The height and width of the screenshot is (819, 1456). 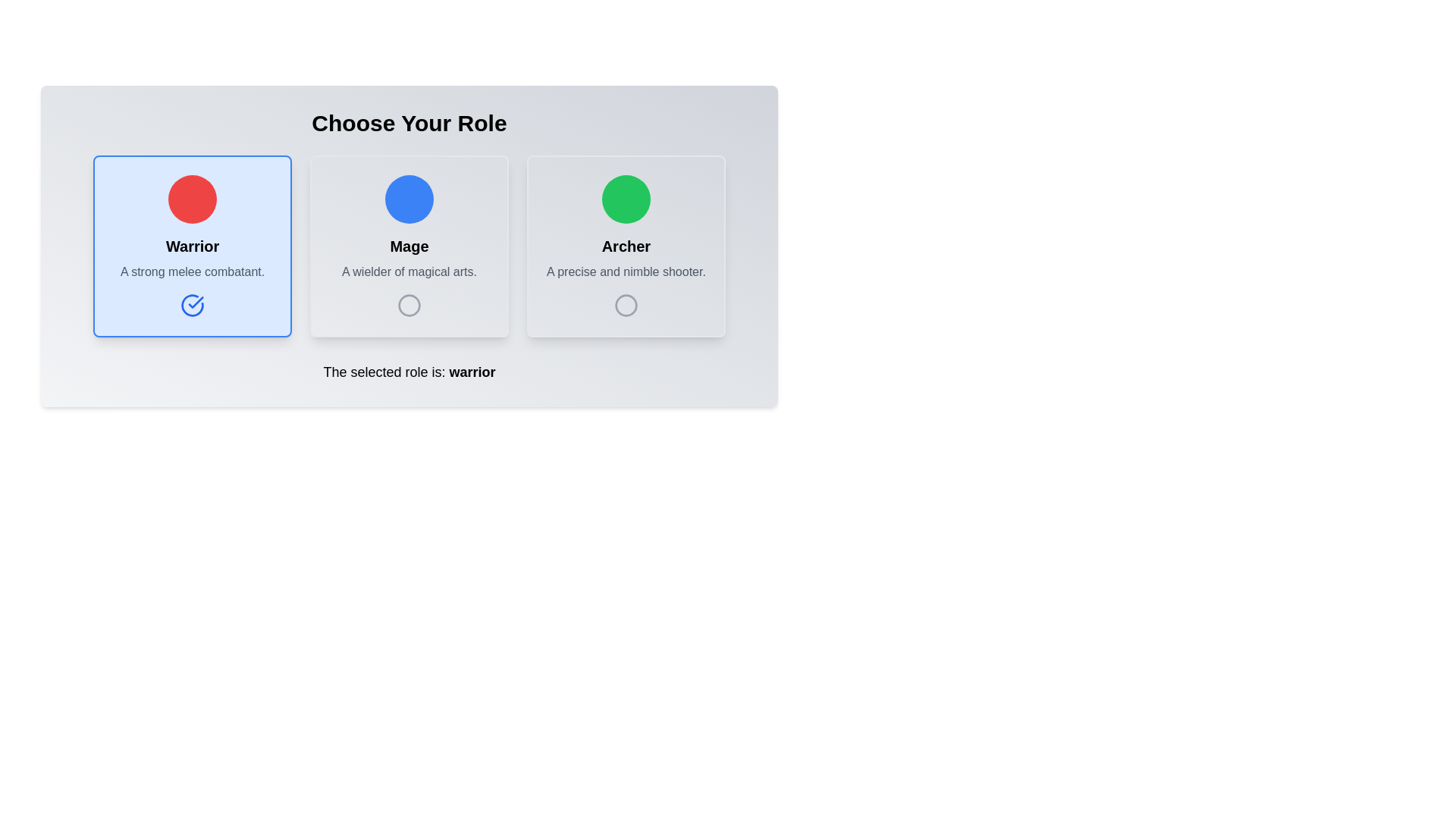 What do you see at coordinates (409, 305) in the screenshot?
I see `the 'Mage' role graphic icon by` at bounding box center [409, 305].